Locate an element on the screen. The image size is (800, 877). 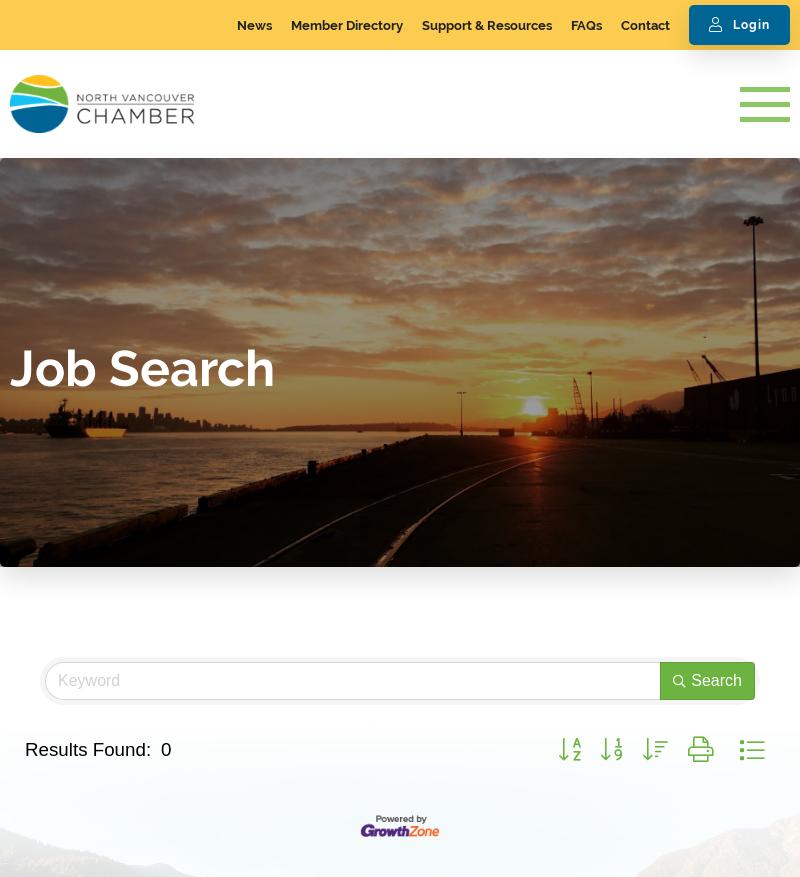
'Contact' is located at coordinates (620, 24).